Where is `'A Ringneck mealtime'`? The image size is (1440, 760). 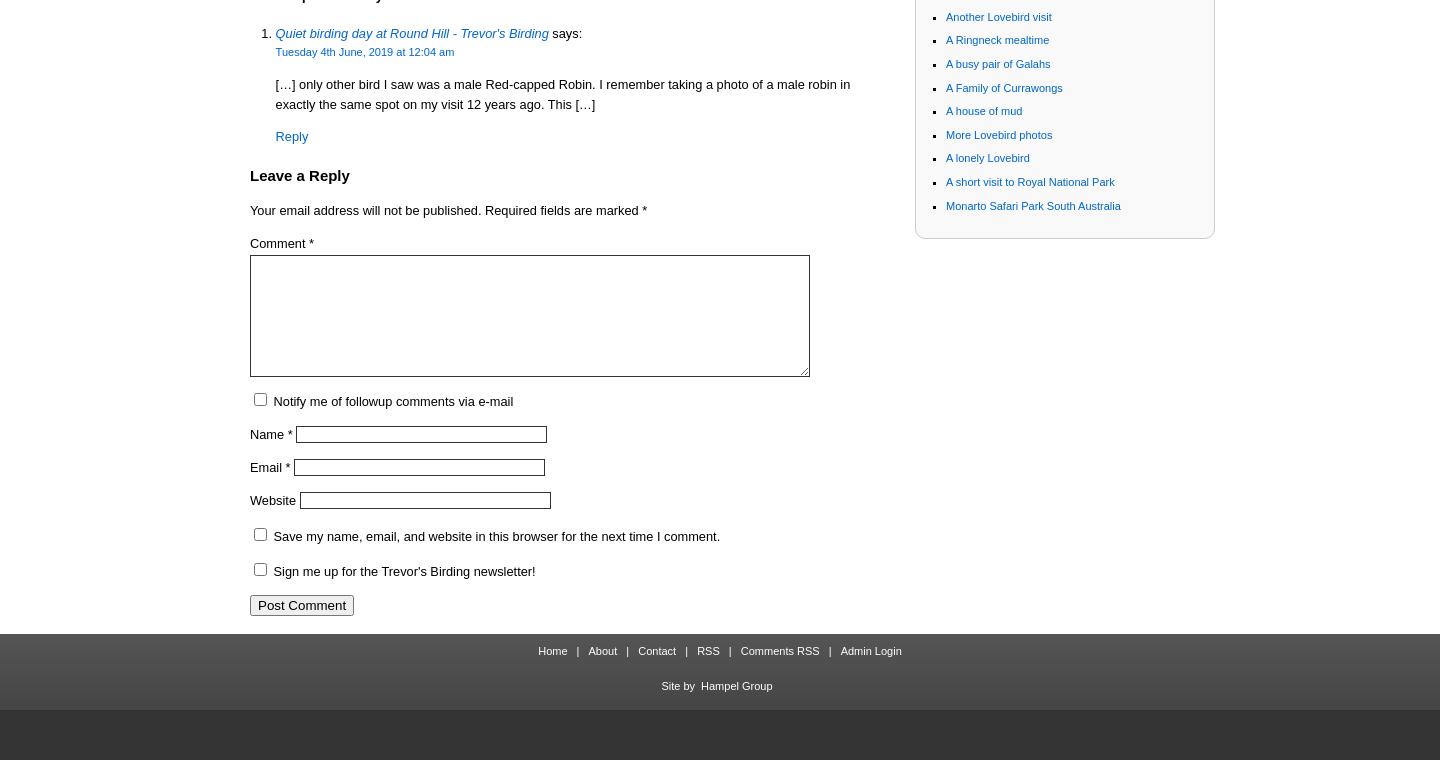
'A Ringneck mealtime' is located at coordinates (996, 38).